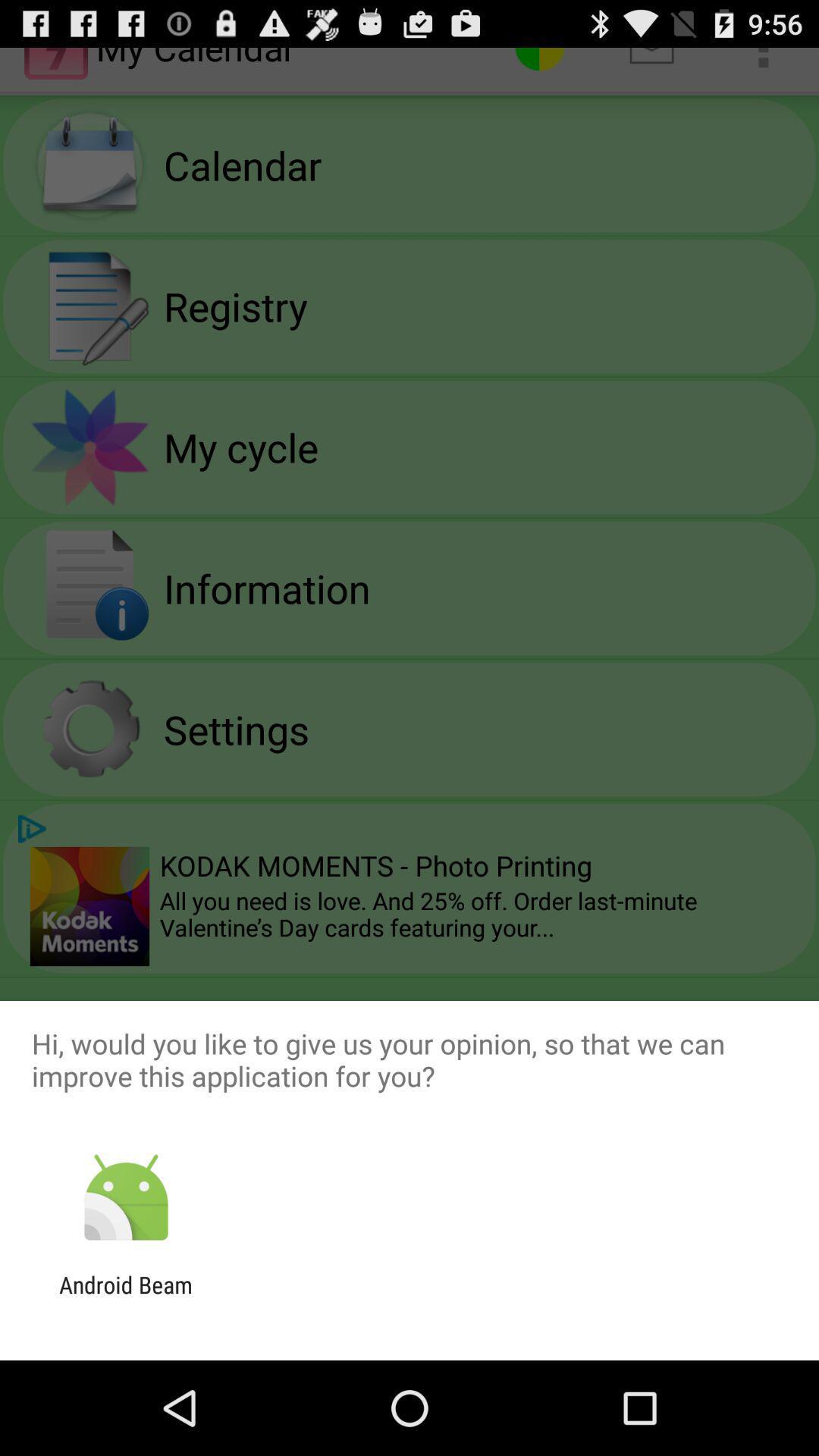 The image size is (819, 1456). I want to click on android beam, so click(125, 1298).